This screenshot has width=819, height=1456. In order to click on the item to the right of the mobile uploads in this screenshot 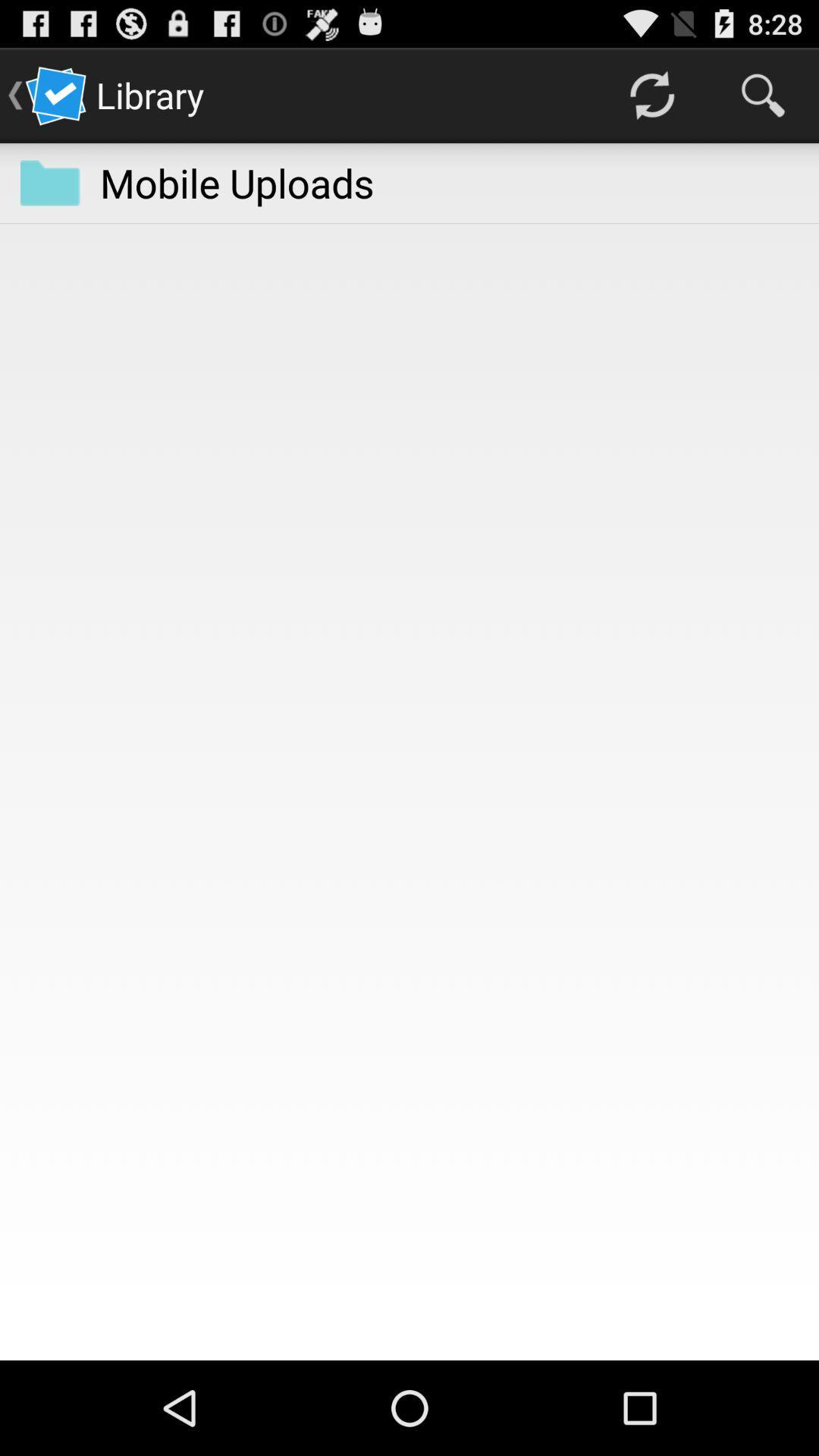, I will do `click(651, 94)`.